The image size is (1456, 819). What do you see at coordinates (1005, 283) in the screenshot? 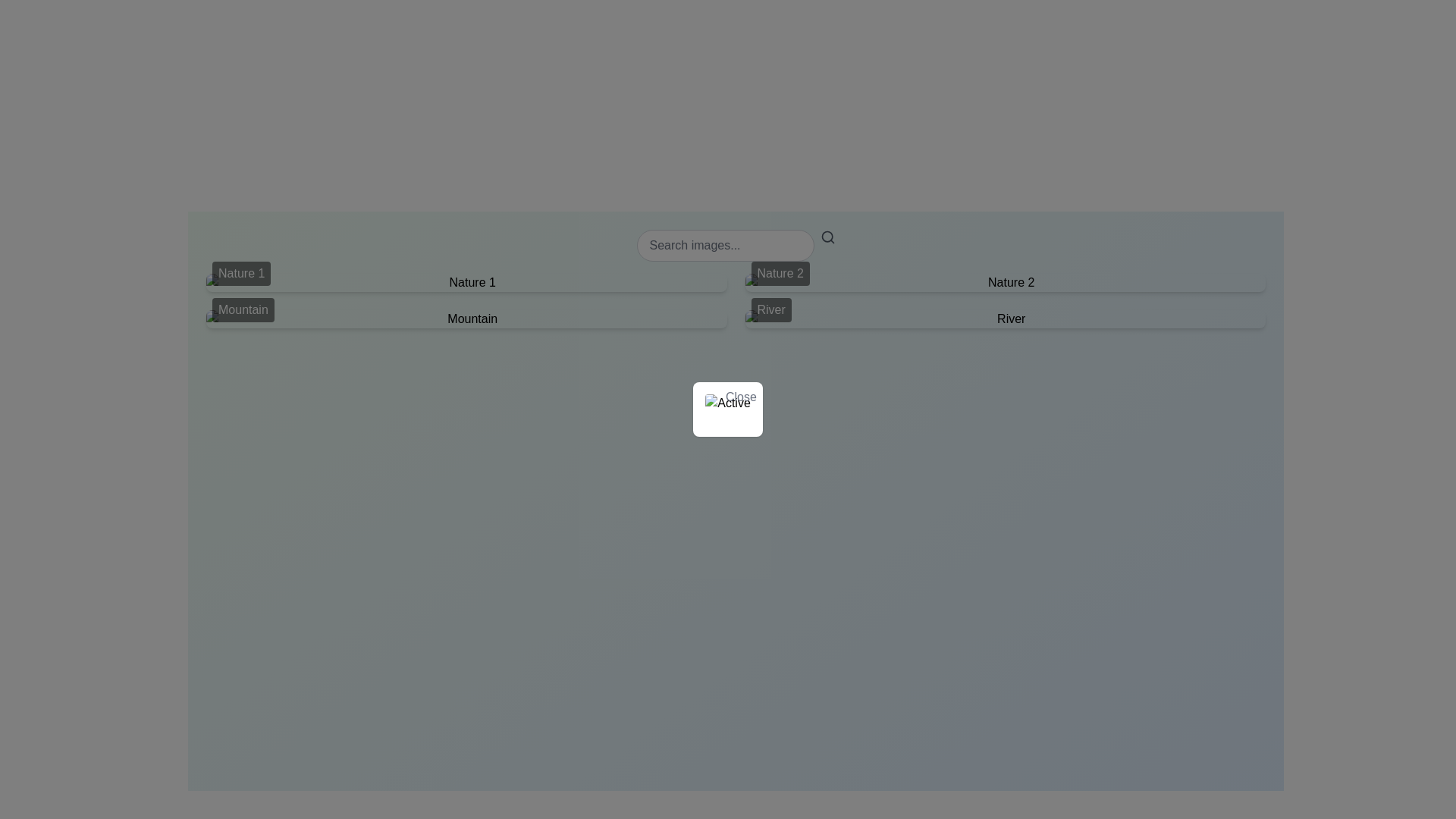
I see `the 'Nature 2' text label` at bounding box center [1005, 283].